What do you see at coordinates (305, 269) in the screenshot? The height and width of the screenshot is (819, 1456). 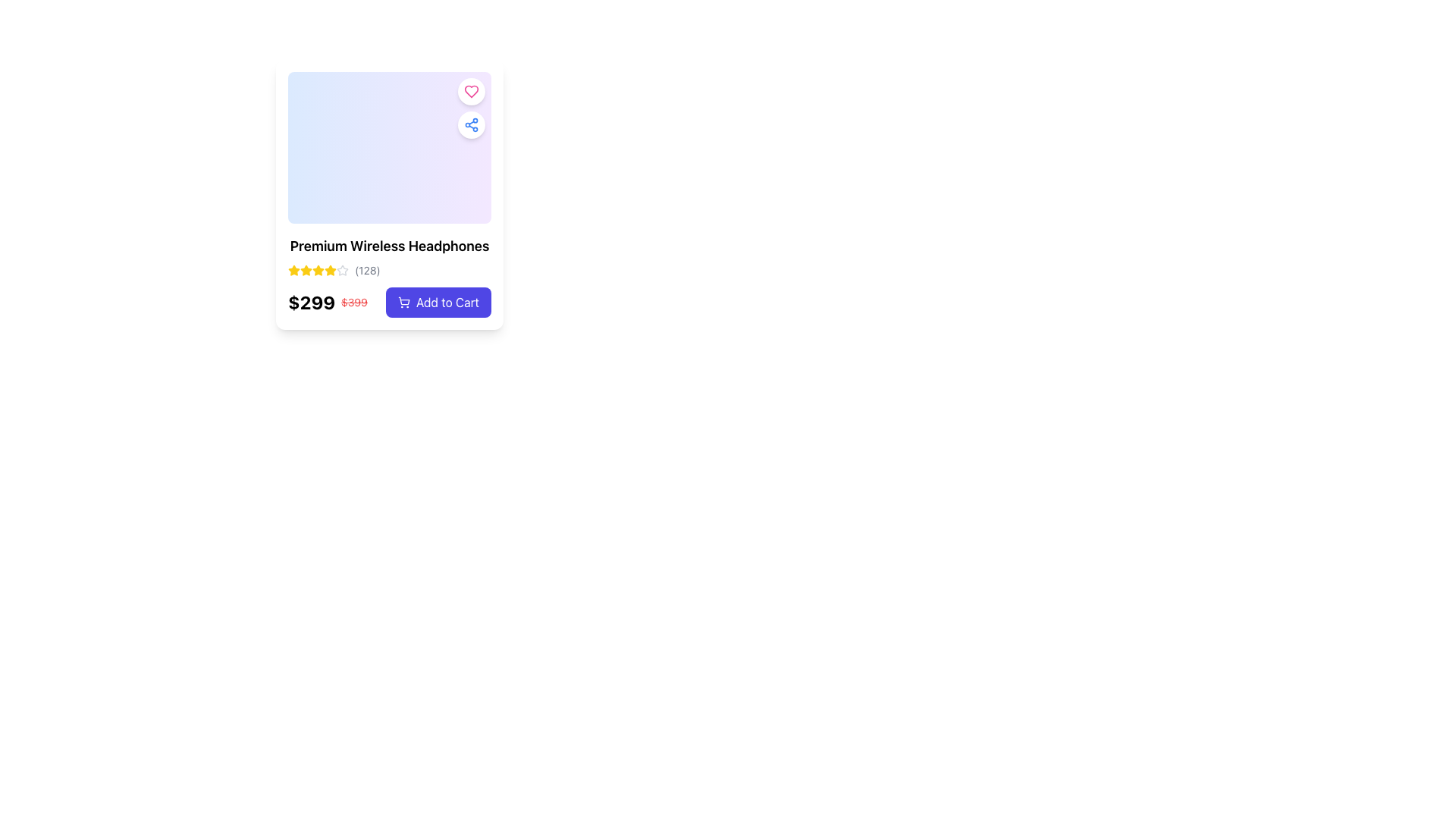 I see `the first star icon in the rating system to interact with the rating for the associated product` at bounding box center [305, 269].